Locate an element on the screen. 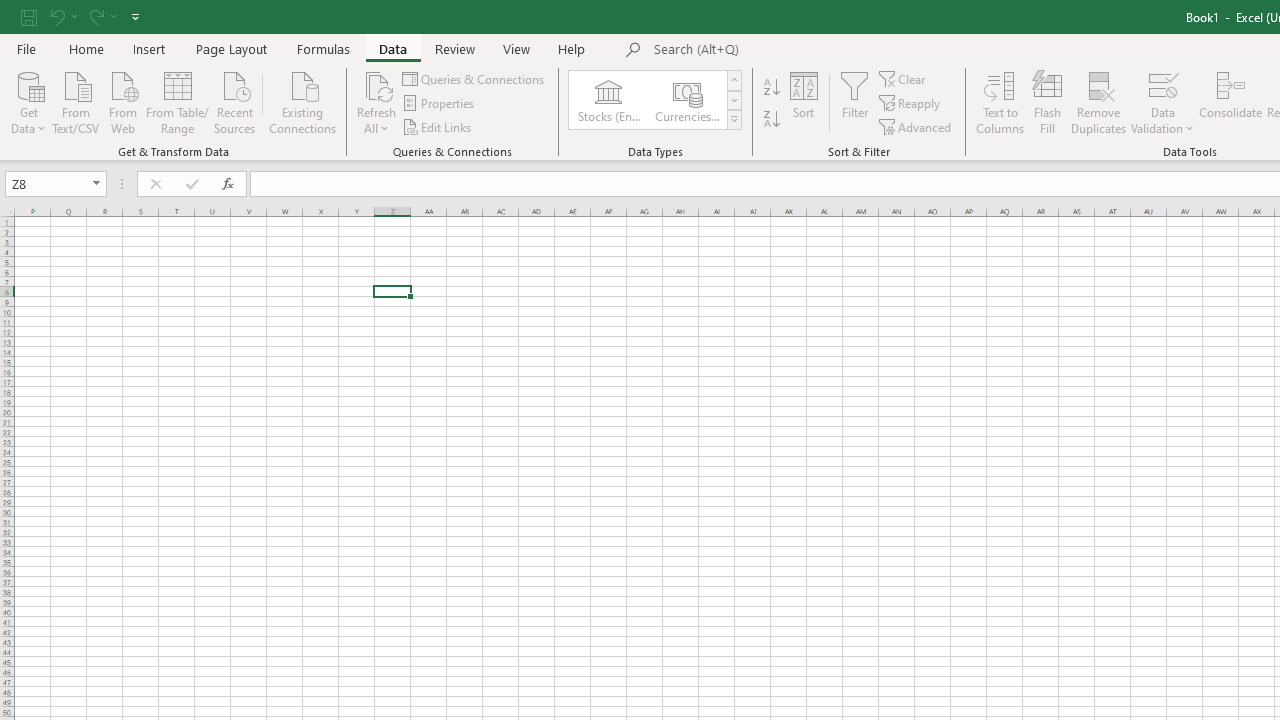 Image resolution: width=1280 pixels, height=720 pixels. 'Existing Connections' is located at coordinates (302, 101).